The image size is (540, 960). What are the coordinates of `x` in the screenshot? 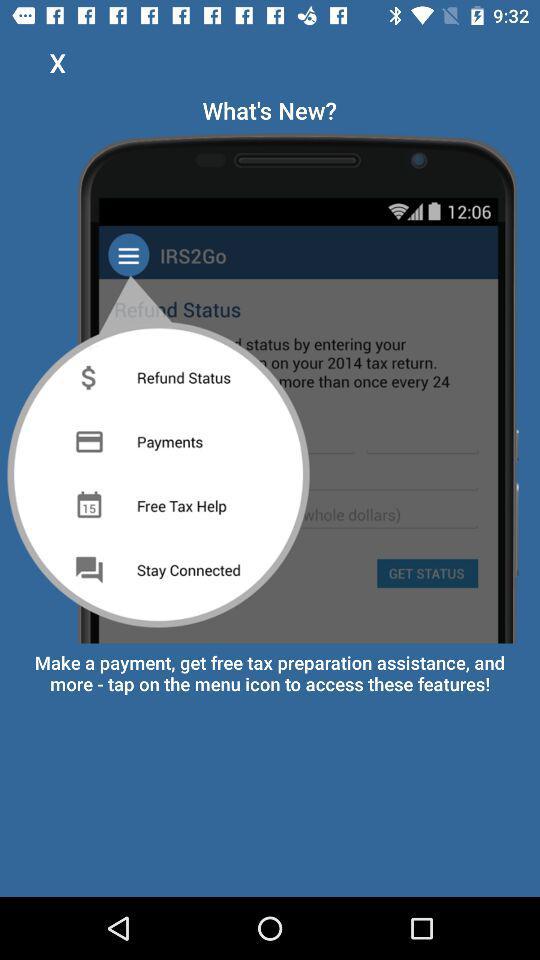 It's located at (57, 62).